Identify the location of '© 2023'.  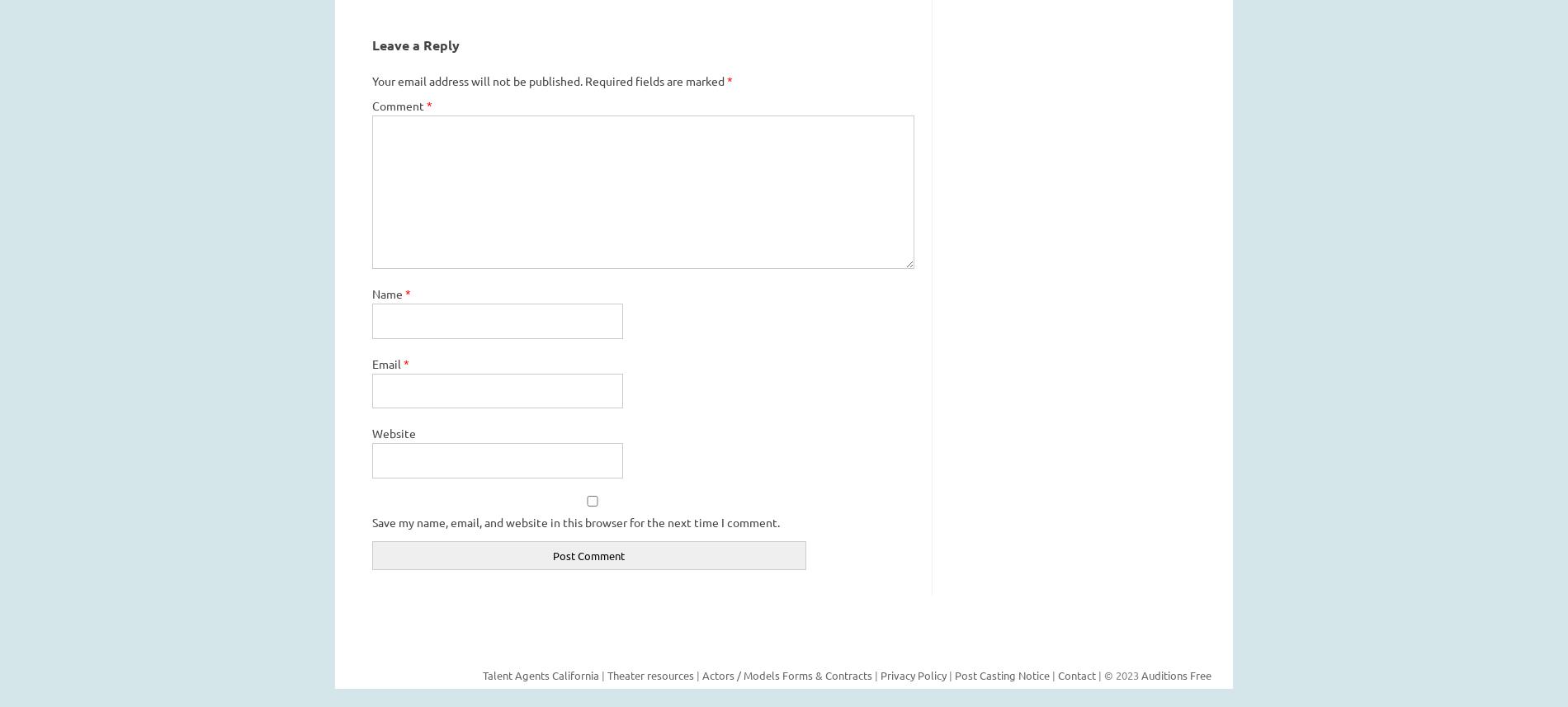
(1103, 674).